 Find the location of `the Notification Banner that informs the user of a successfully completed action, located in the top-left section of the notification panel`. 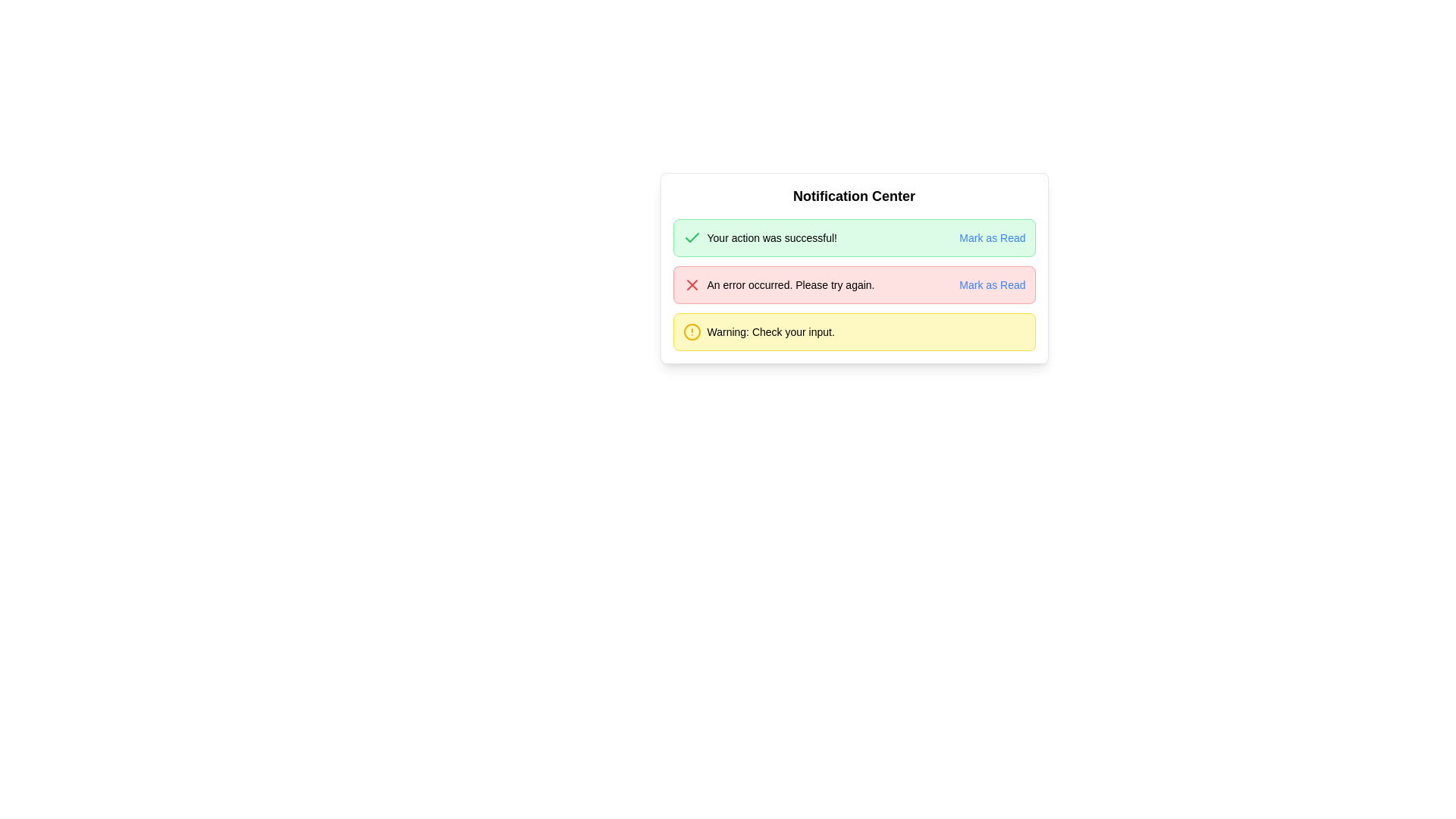

the Notification Banner that informs the user of a successfully completed action, located in the top-left section of the notification panel is located at coordinates (760, 237).